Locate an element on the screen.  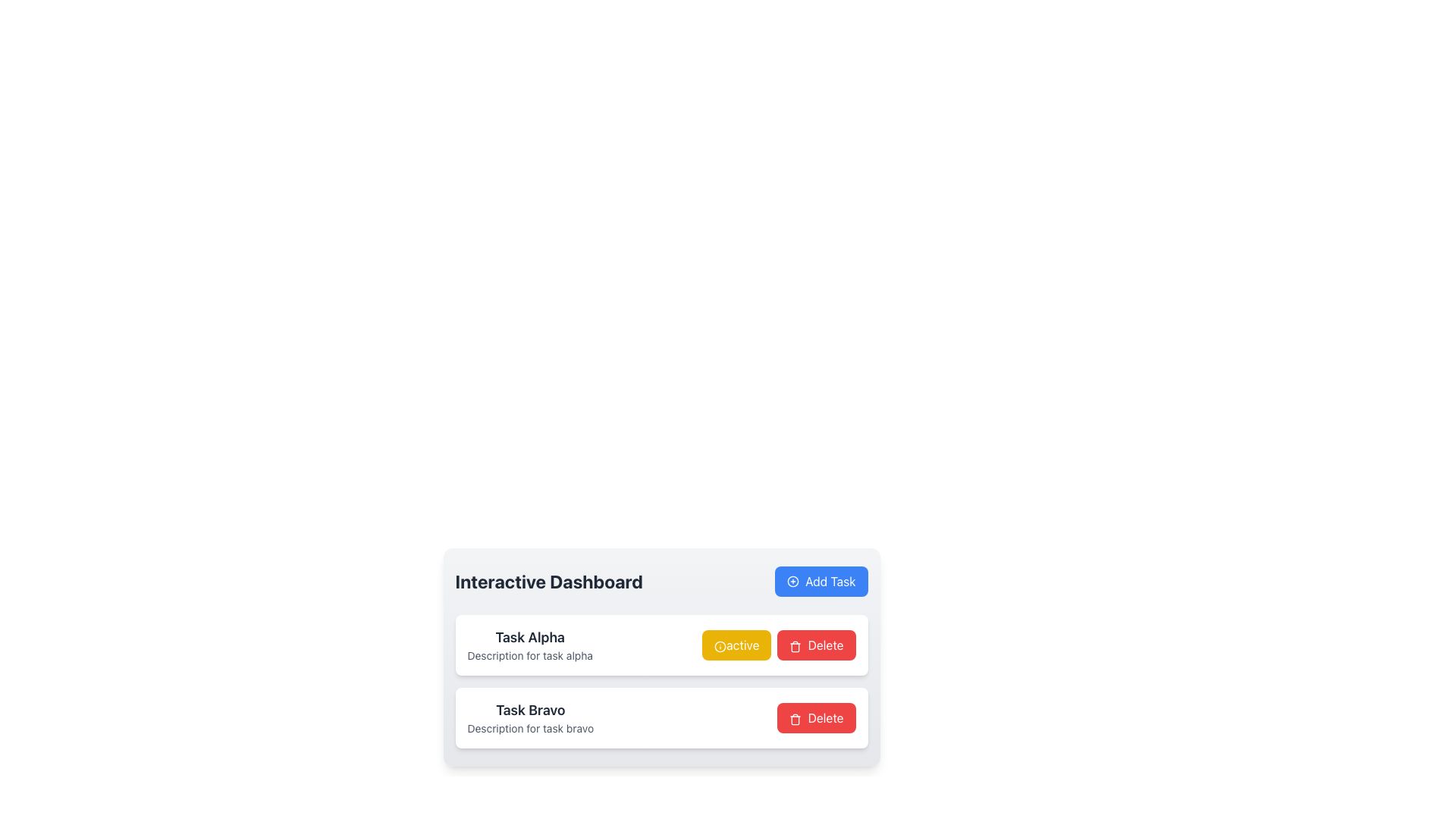
the SVG Circle with a yellow outline located within the information icon represented by the class 'lucide lucide-info inline-block' is located at coordinates (720, 646).